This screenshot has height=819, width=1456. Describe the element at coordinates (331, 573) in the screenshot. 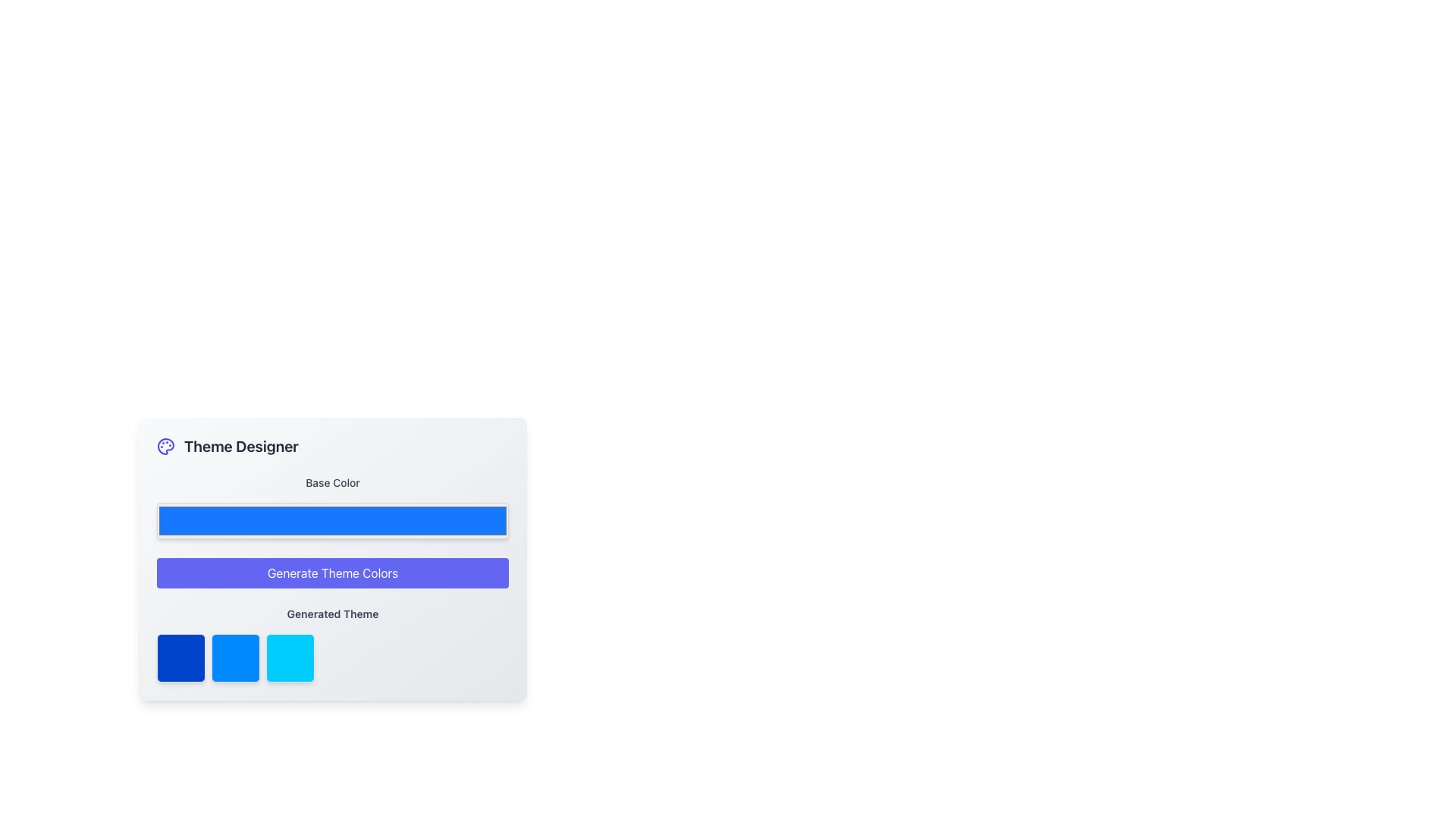

I see `the button located within the 'Theme Designer' card, positioned below the 'Base Color' color picker, to generate theme colors` at that location.